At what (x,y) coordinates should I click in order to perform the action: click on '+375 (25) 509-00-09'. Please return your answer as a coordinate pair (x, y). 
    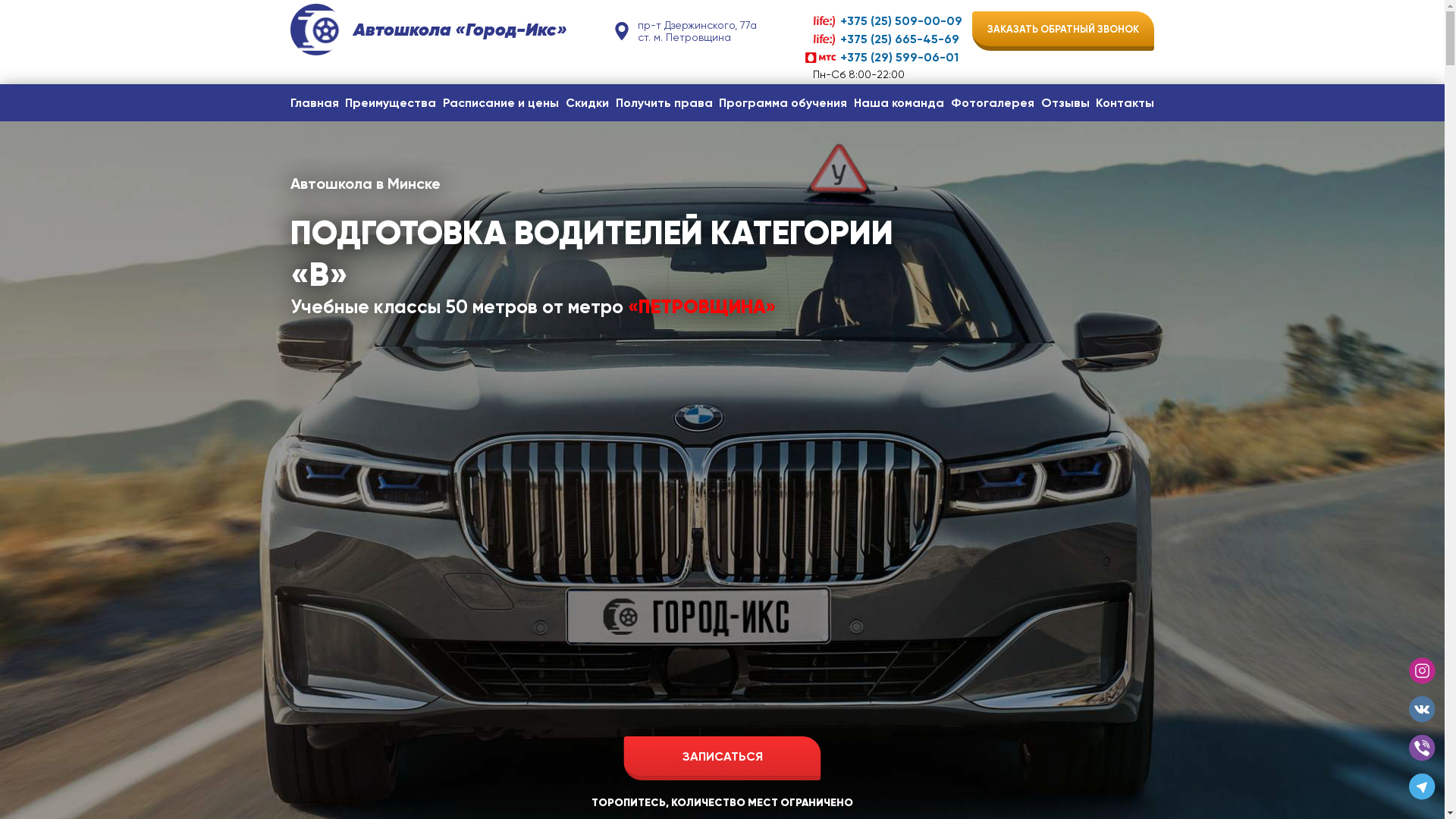
    Looking at the image, I should click on (883, 20).